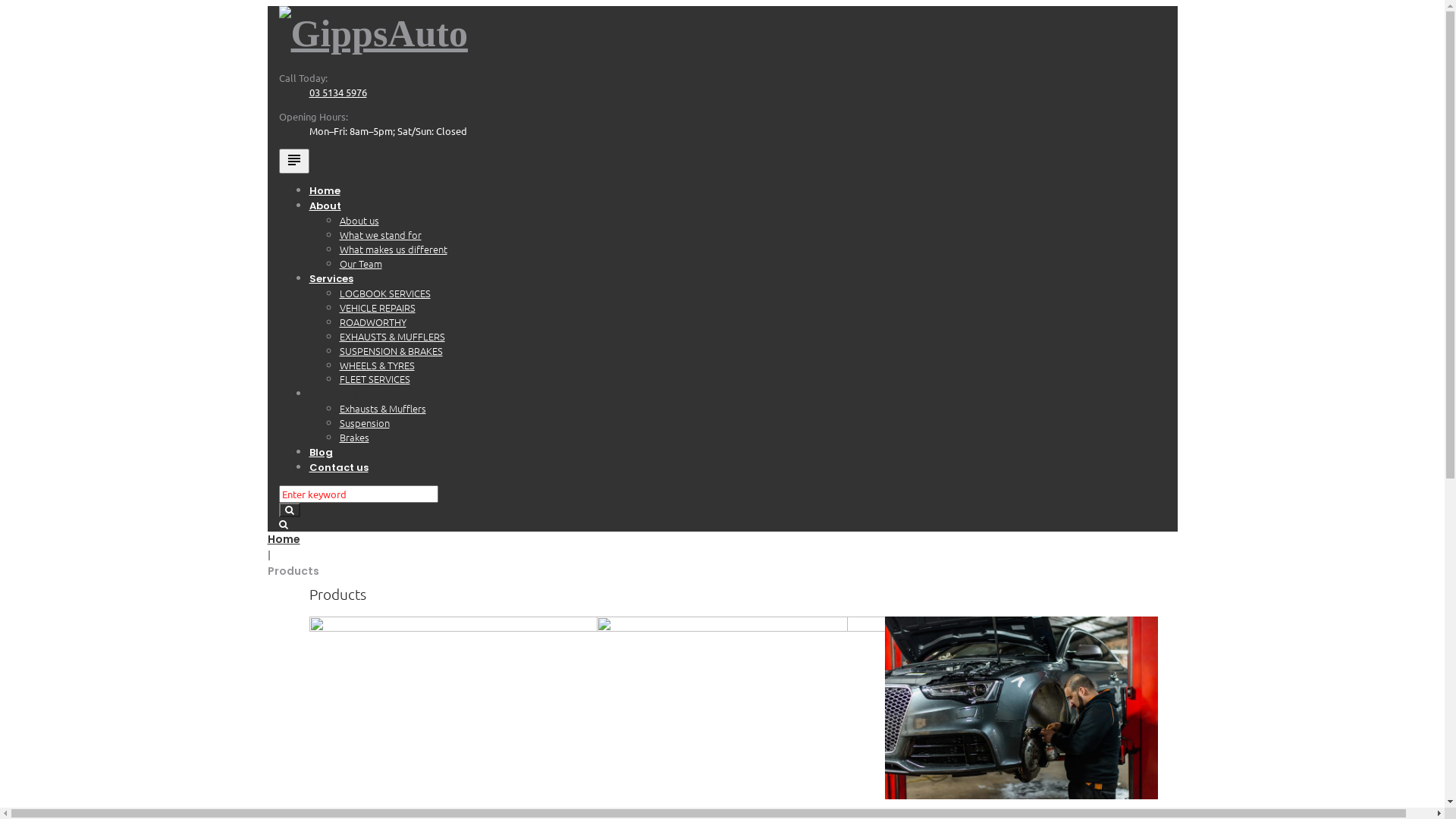  What do you see at coordinates (320, 451) in the screenshot?
I see `'Blog'` at bounding box center [320, 451].